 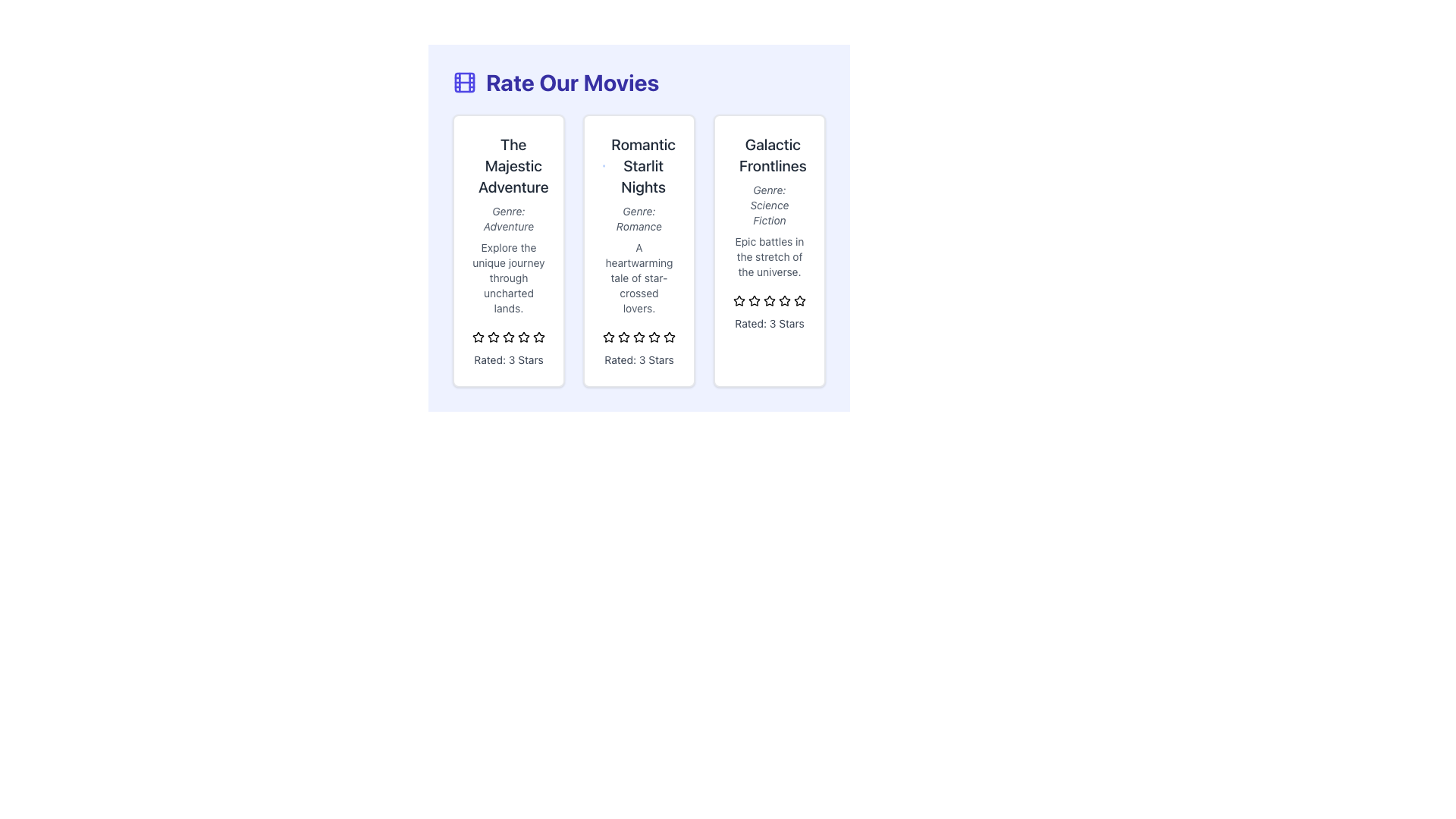 What do you see at coordinates (538, 336) in the screenshot?
I see `the fourth star icon in the rating row below the movie description of 'The Majestic Adventure'` at bounding box center [538, 336].